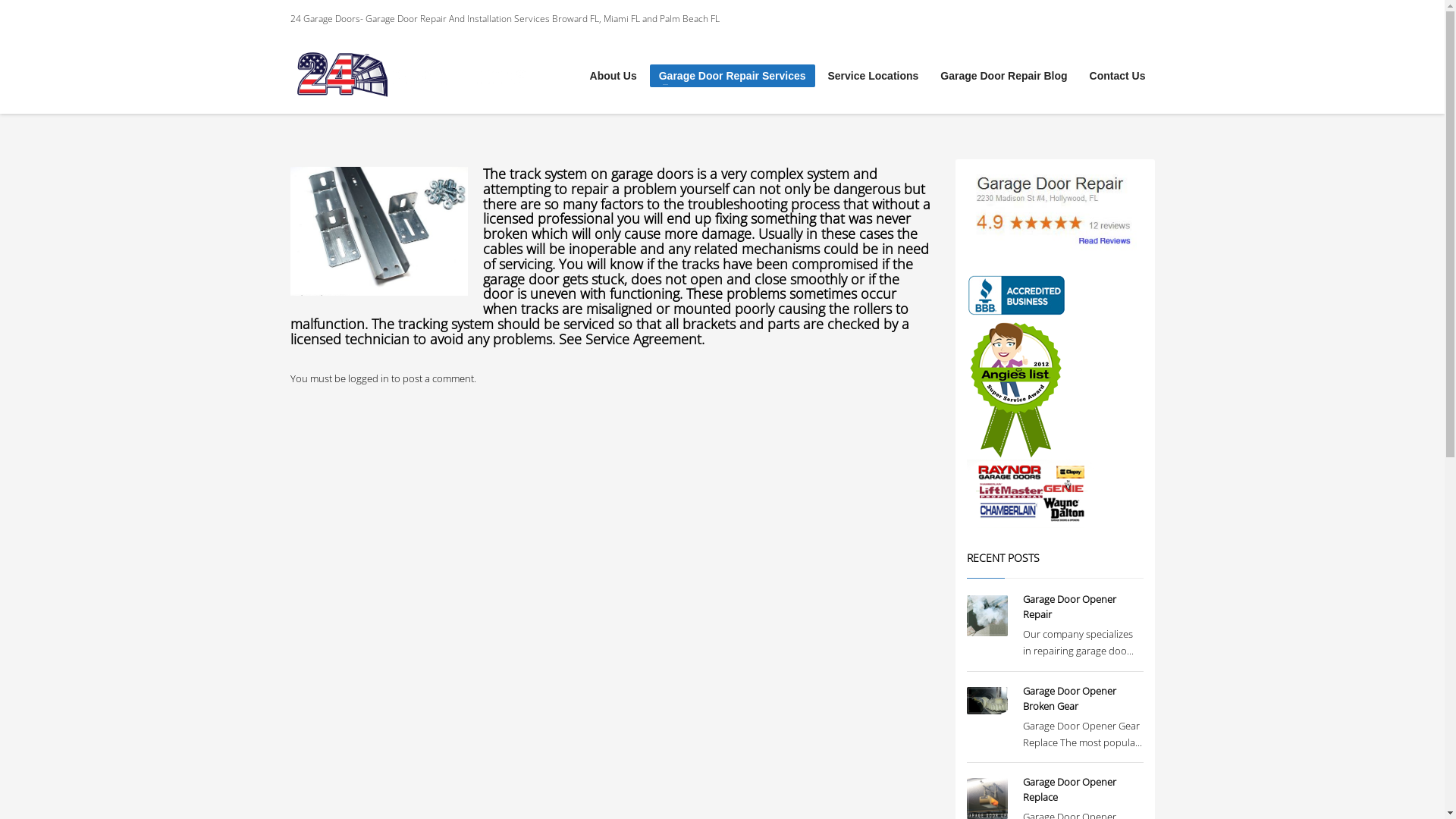  Describe the element at coordinates (732, 76) in the screenshot. I see `'Garage Door Repair Services'` at that location.